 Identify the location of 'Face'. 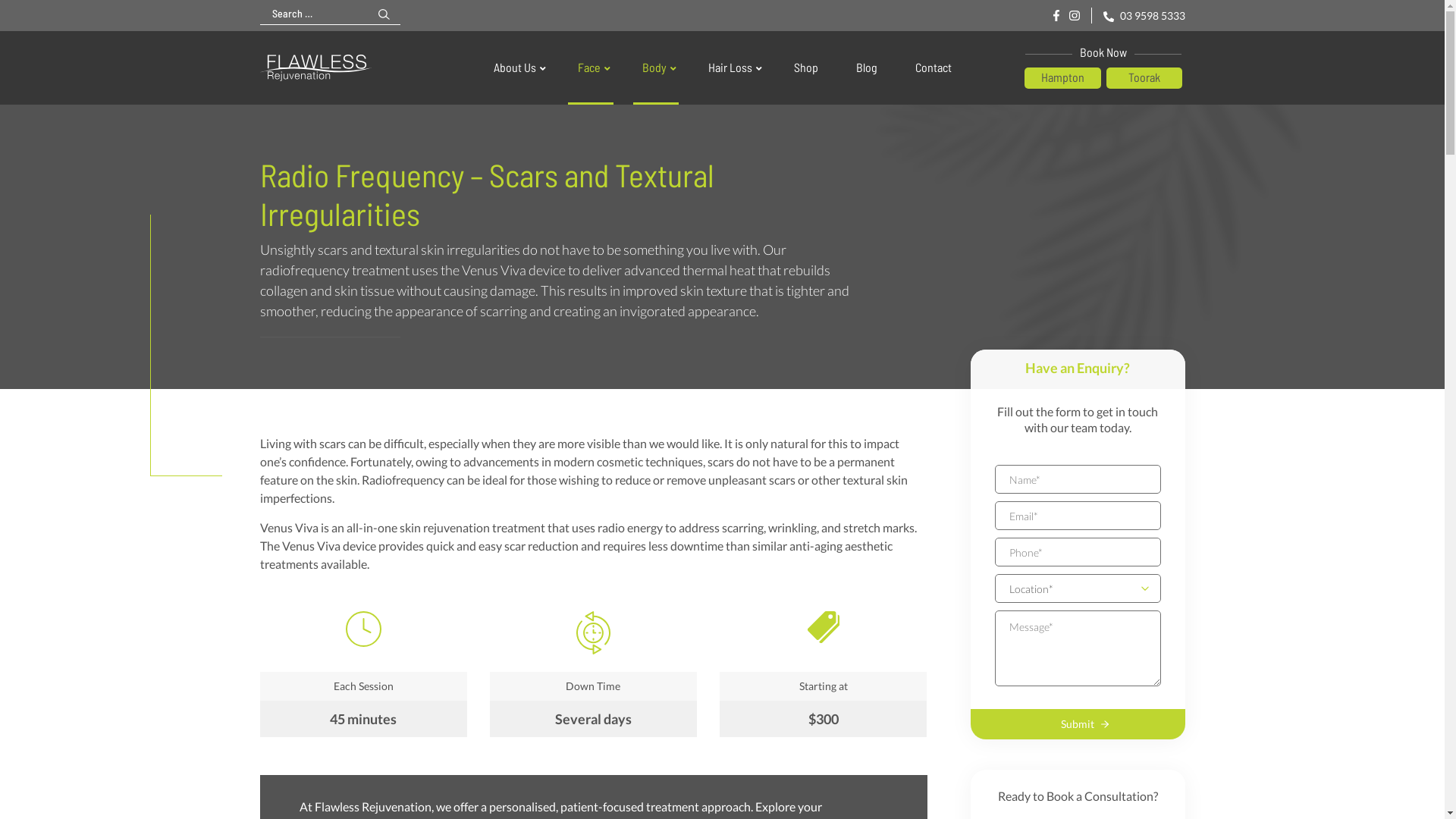
(590, 67).